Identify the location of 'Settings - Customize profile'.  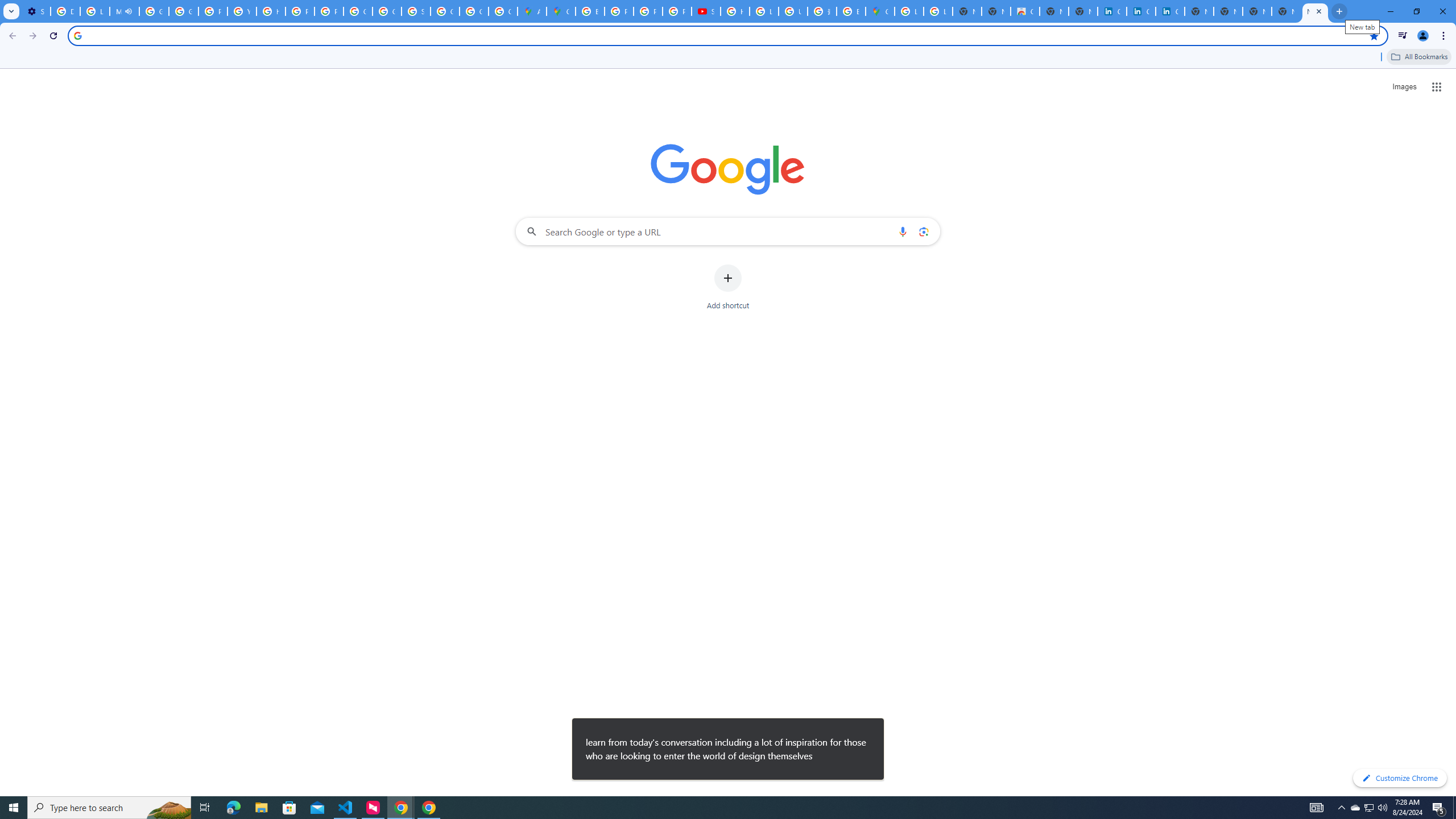
(35, 11).